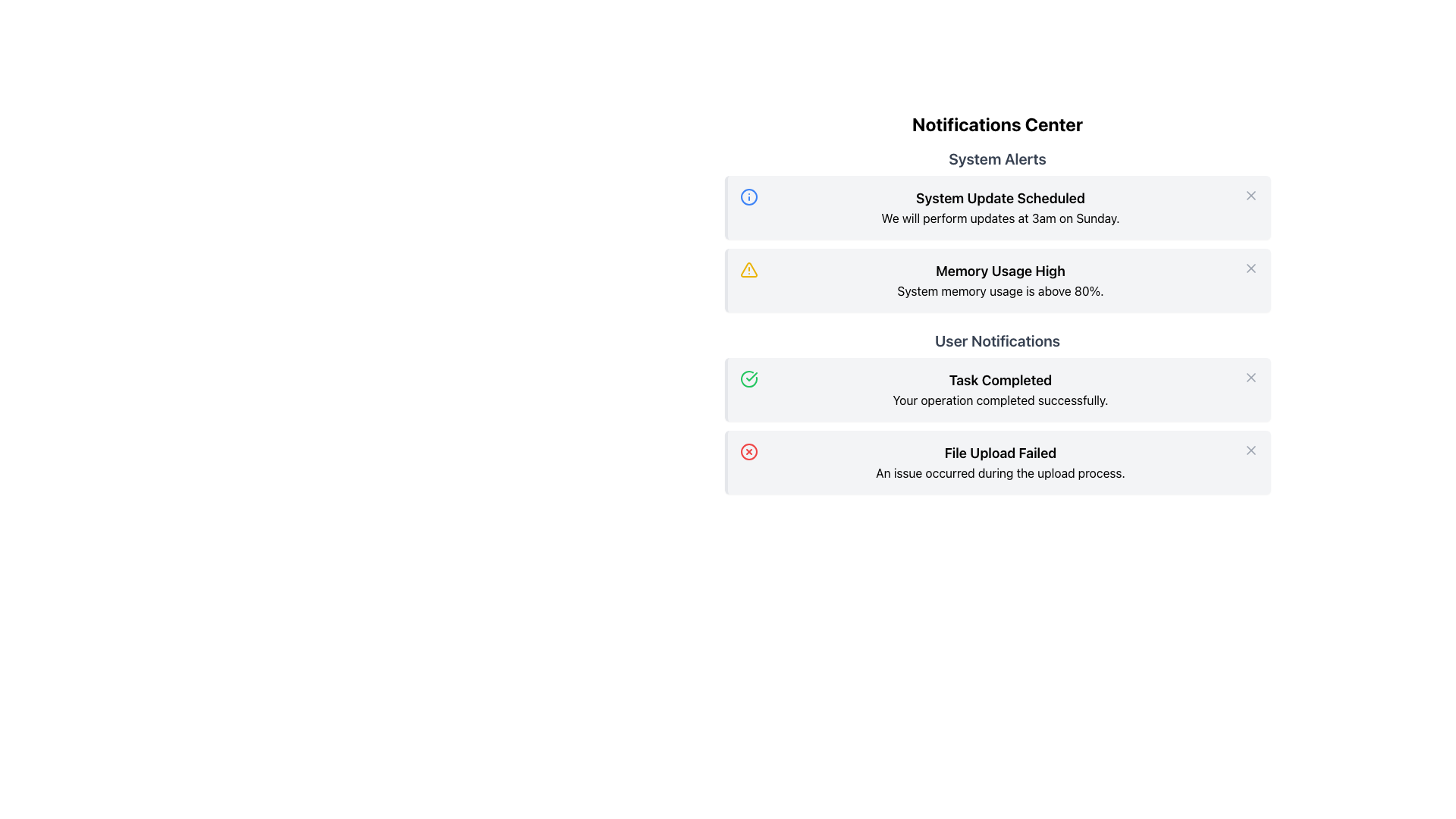 This screenshot has height=819, width=1456. Describe the element at coordinates (997, 207) in the screenshot. I see `notification titled 'System Update Scheduled' in the Notification Card, which includes details about updates scheduled at 3am on Sunday` at that location.